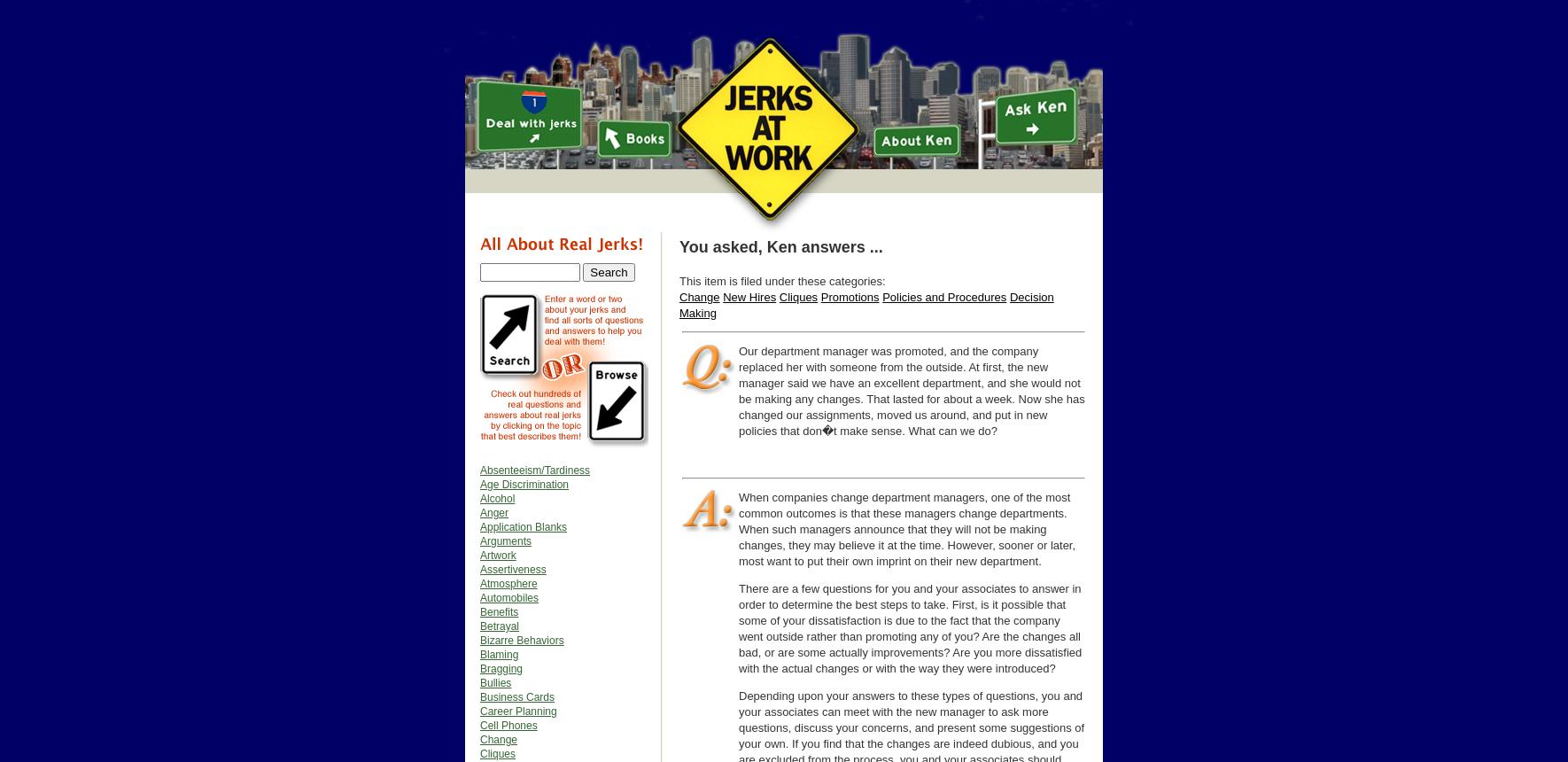  What do you see at coordinates (911, 391) in the screenshot?
I see `'Our department manager was promoted, and the company replaced her with someone from the outside. At first, the new manager said we have an excellent department, and she would not be making any changes. That lasted for about a week. Now she has changed our assignments, moved us around, and put in new policies that don�t make sense. What can we do?'` at bounding box center [911, 391].